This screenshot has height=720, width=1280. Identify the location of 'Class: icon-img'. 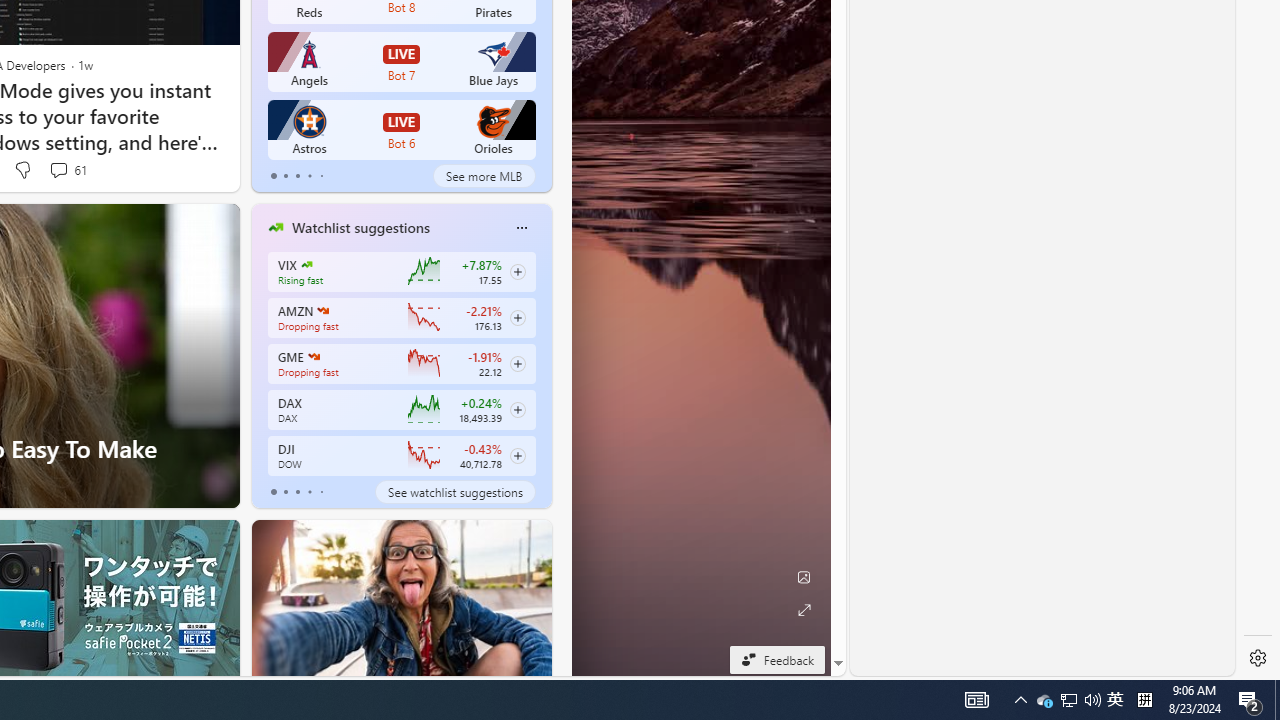
(521, 227).